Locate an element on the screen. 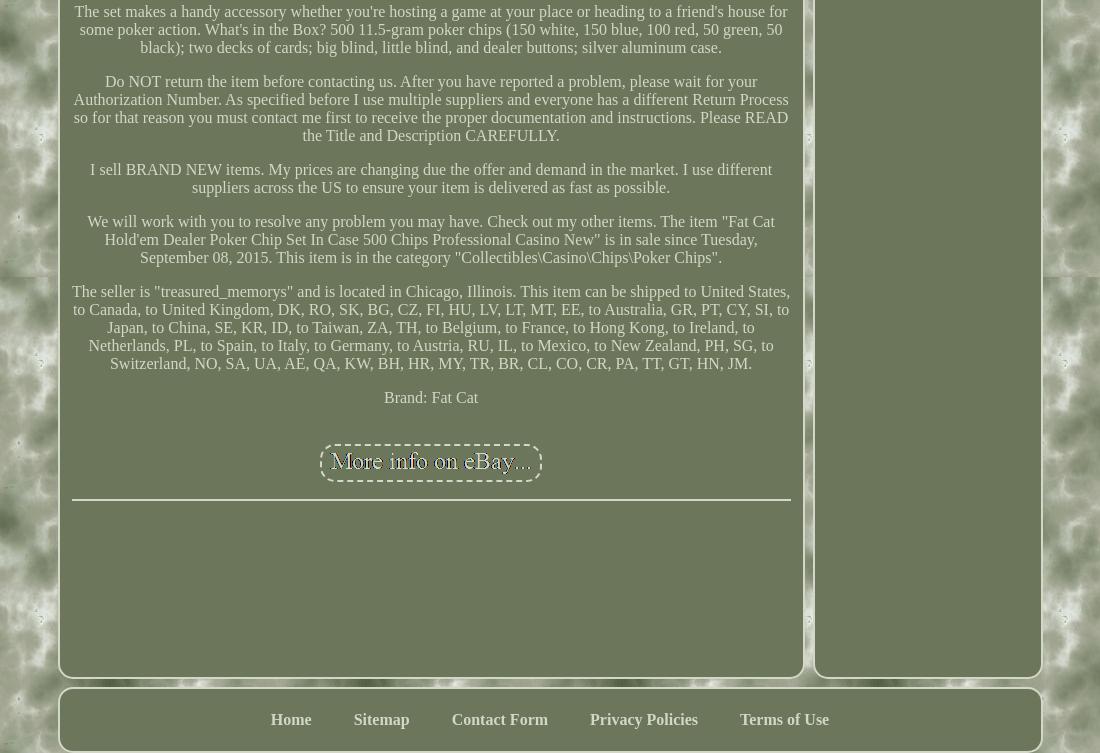  'Sitemap' is located at coordinates (381, 717).